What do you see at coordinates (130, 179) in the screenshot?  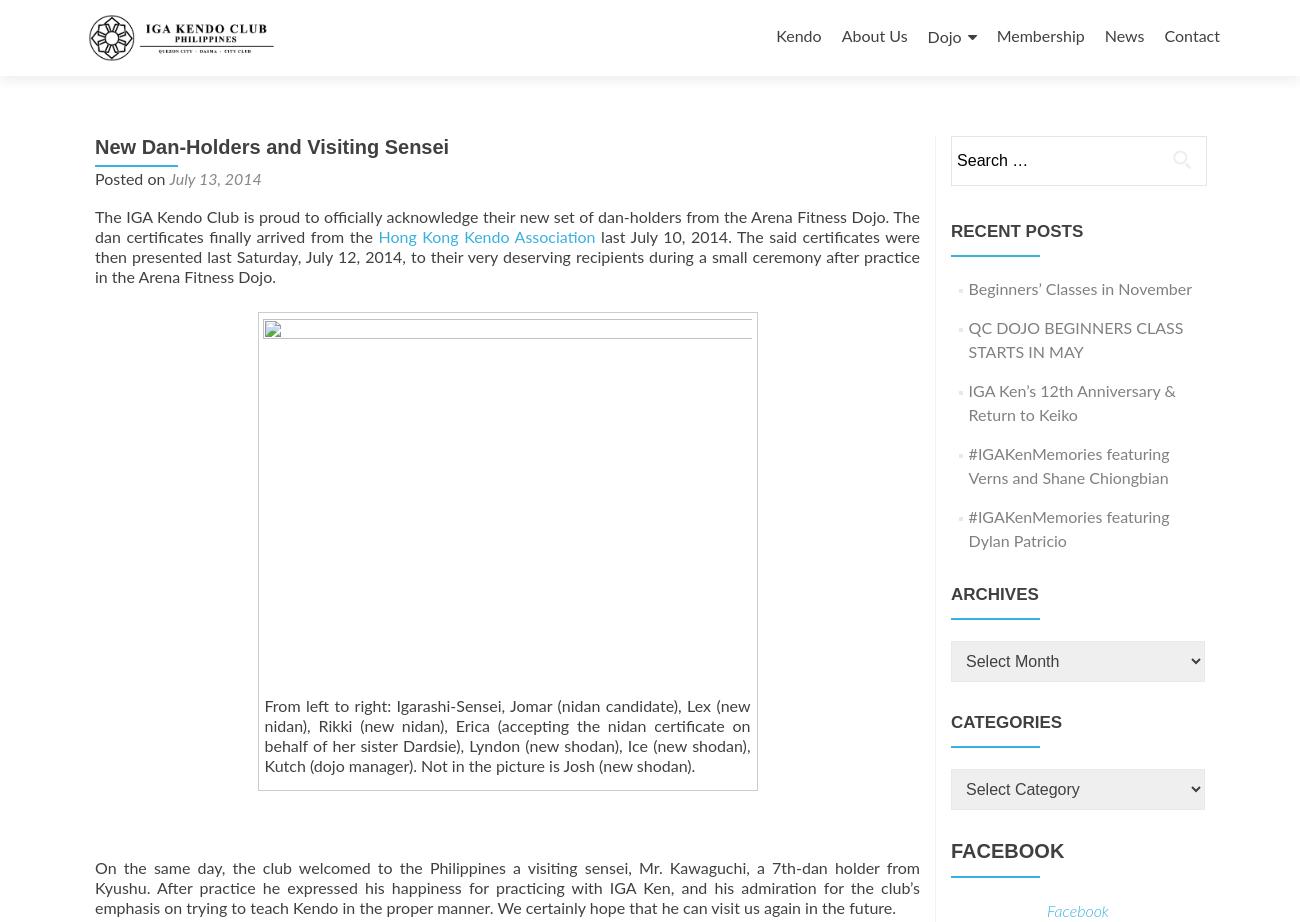 I see `'Posted on'` at bounding box center [130, 179].